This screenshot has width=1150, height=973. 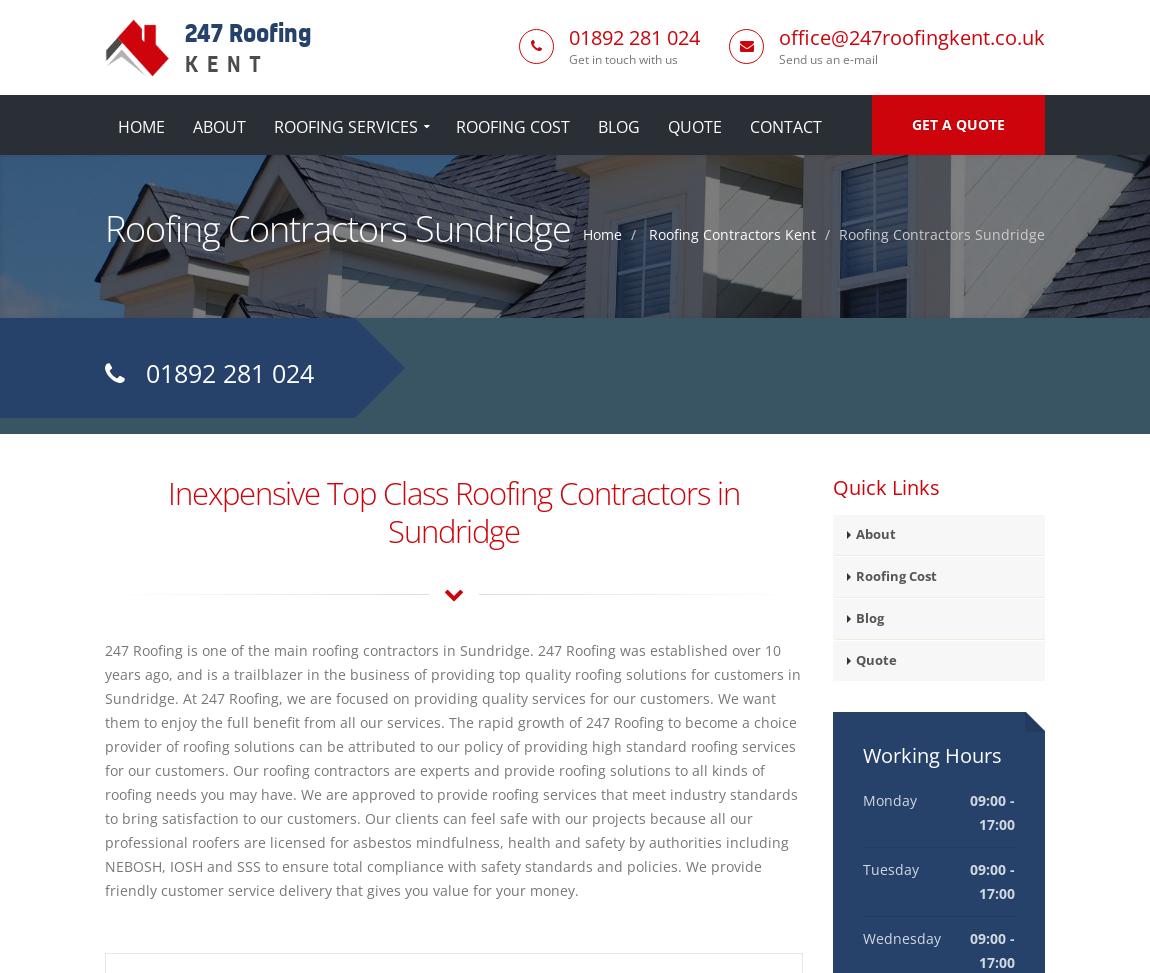 I want to click on 'Working Hours', so click(x=931, y=755).